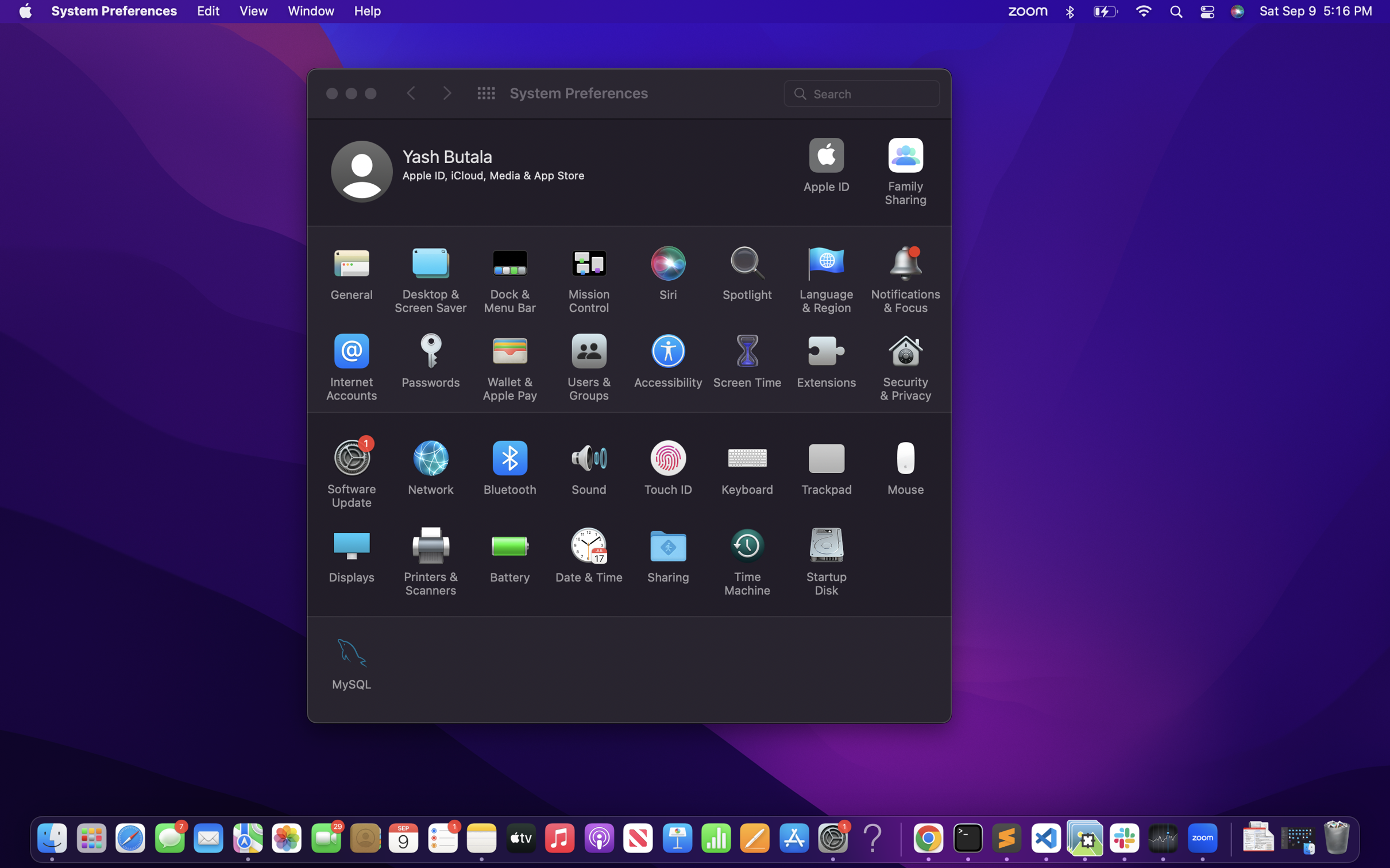  What do you see at coordinates (447, 93) in the screenshot?
I see `the new page of system preferences` at bounding box center [447, 93].